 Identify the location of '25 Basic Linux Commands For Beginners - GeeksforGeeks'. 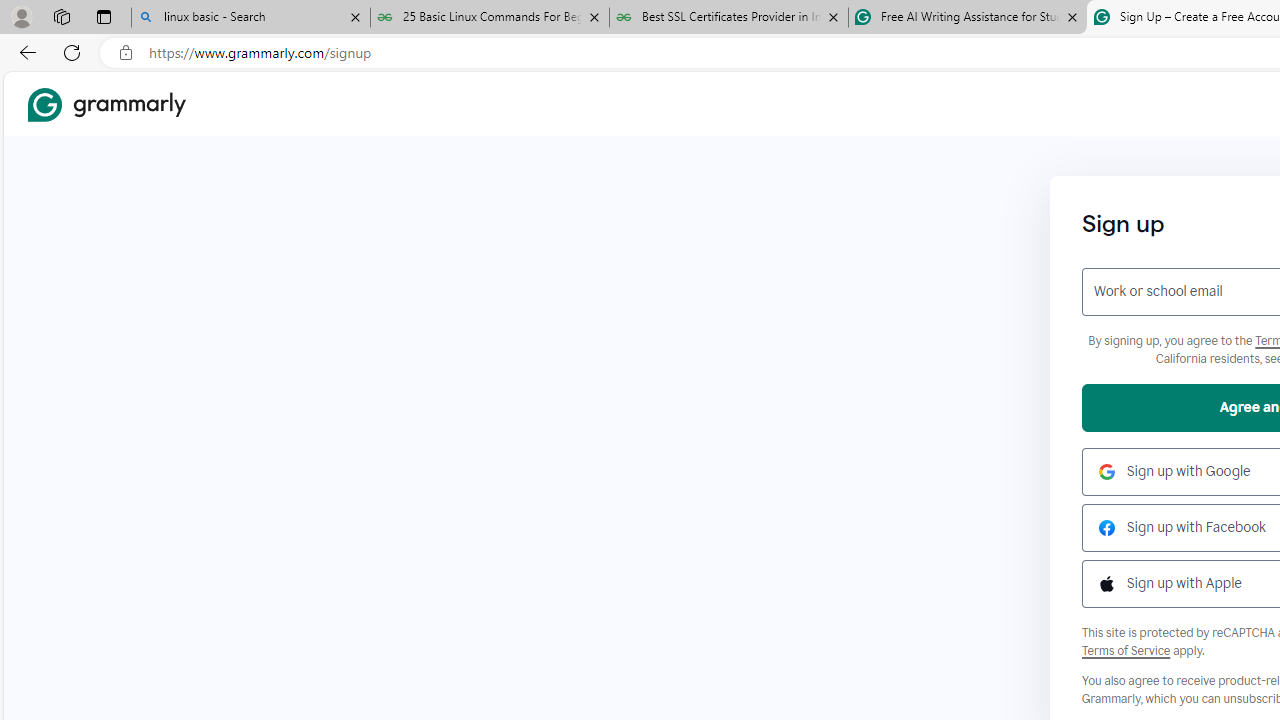
(490, 17).